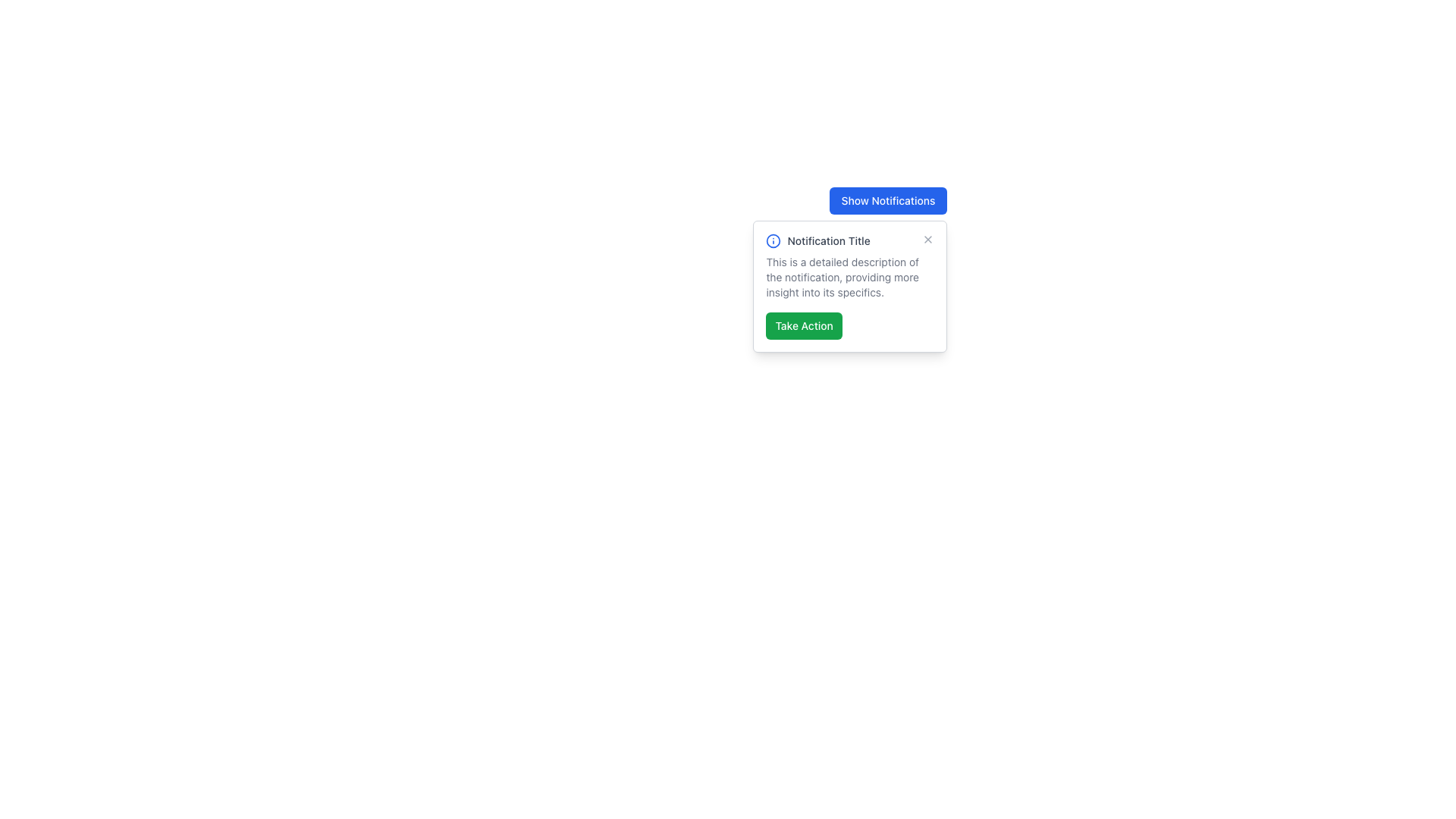  What do you see at coordinates (773, 240) in the screenshot?
I see `the information icon located within the notification card, to the left of the title 'Notification Title'` at bounding box center [773, 240].